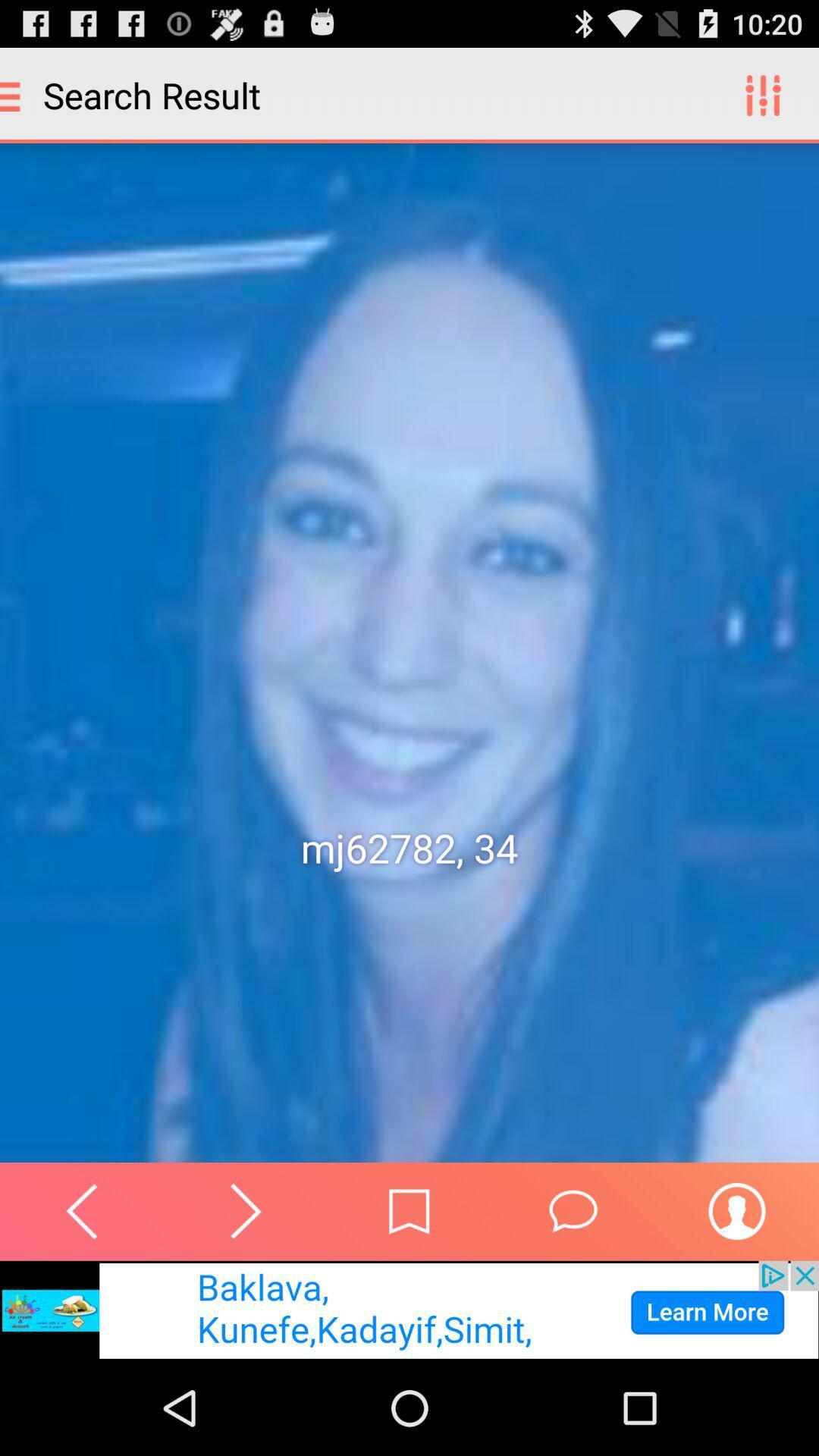 The image size is (819, 1456). I want to click on undo, so click(82, 1210).